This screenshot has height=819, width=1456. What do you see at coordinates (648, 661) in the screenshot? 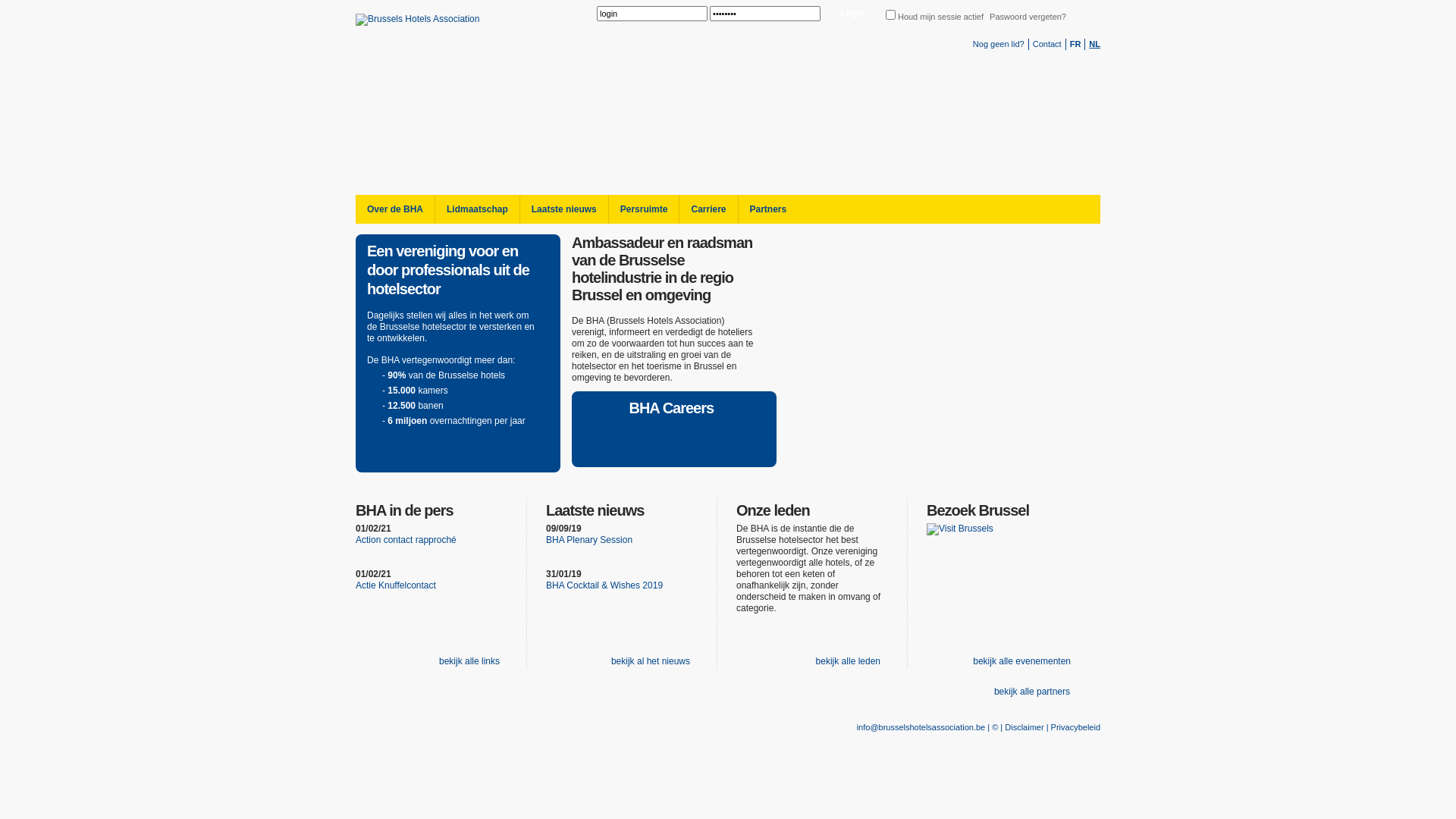
I see `'bekijk al het nieuws'` at bounding box center [648, 661].